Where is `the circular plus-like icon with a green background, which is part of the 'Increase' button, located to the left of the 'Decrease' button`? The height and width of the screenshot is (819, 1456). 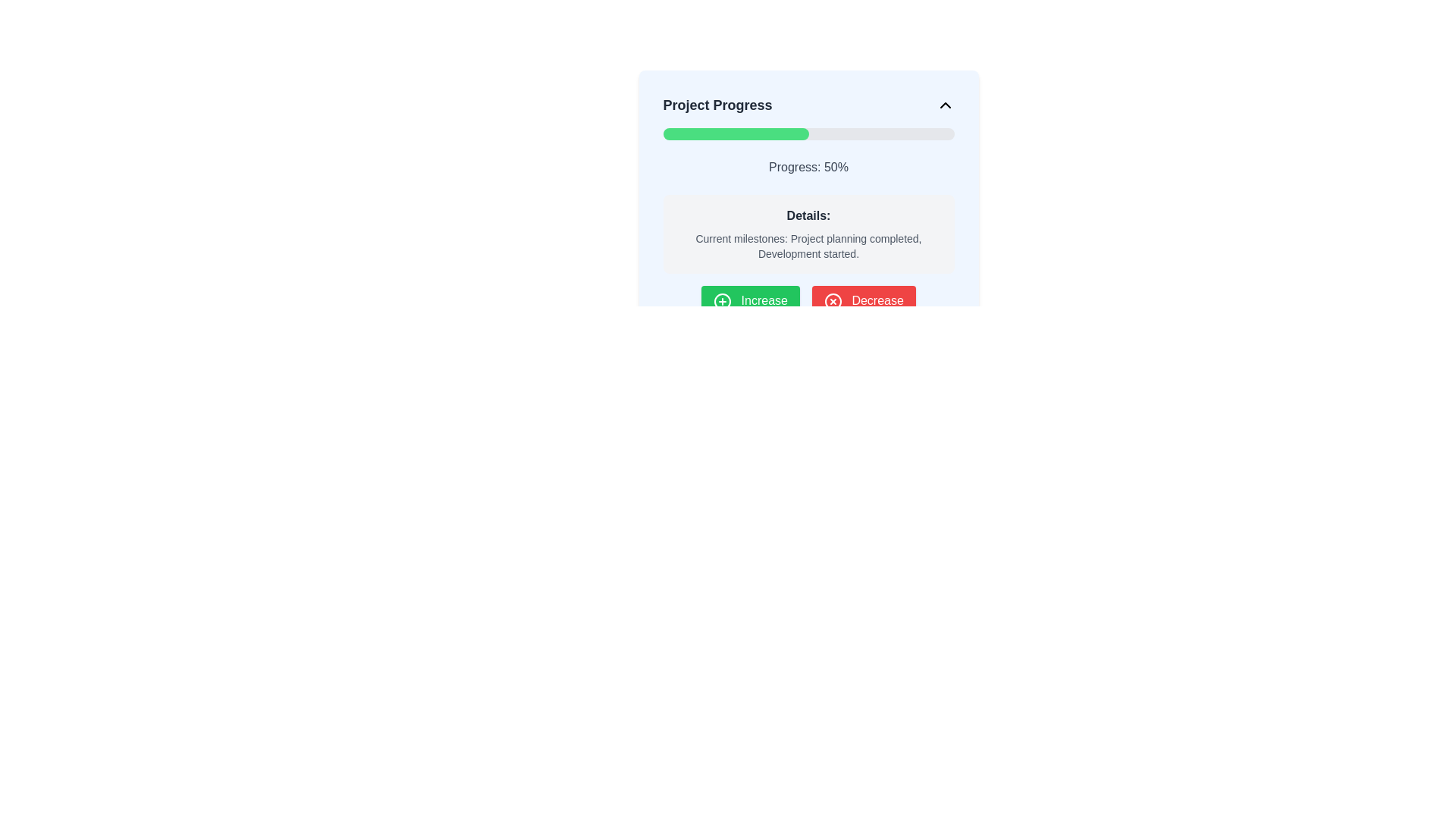 the circular plus-like icon with a green background, which is part of the 'Increase' button, located to the left of the 'Decrease' button is located at coordinates (722, 301).